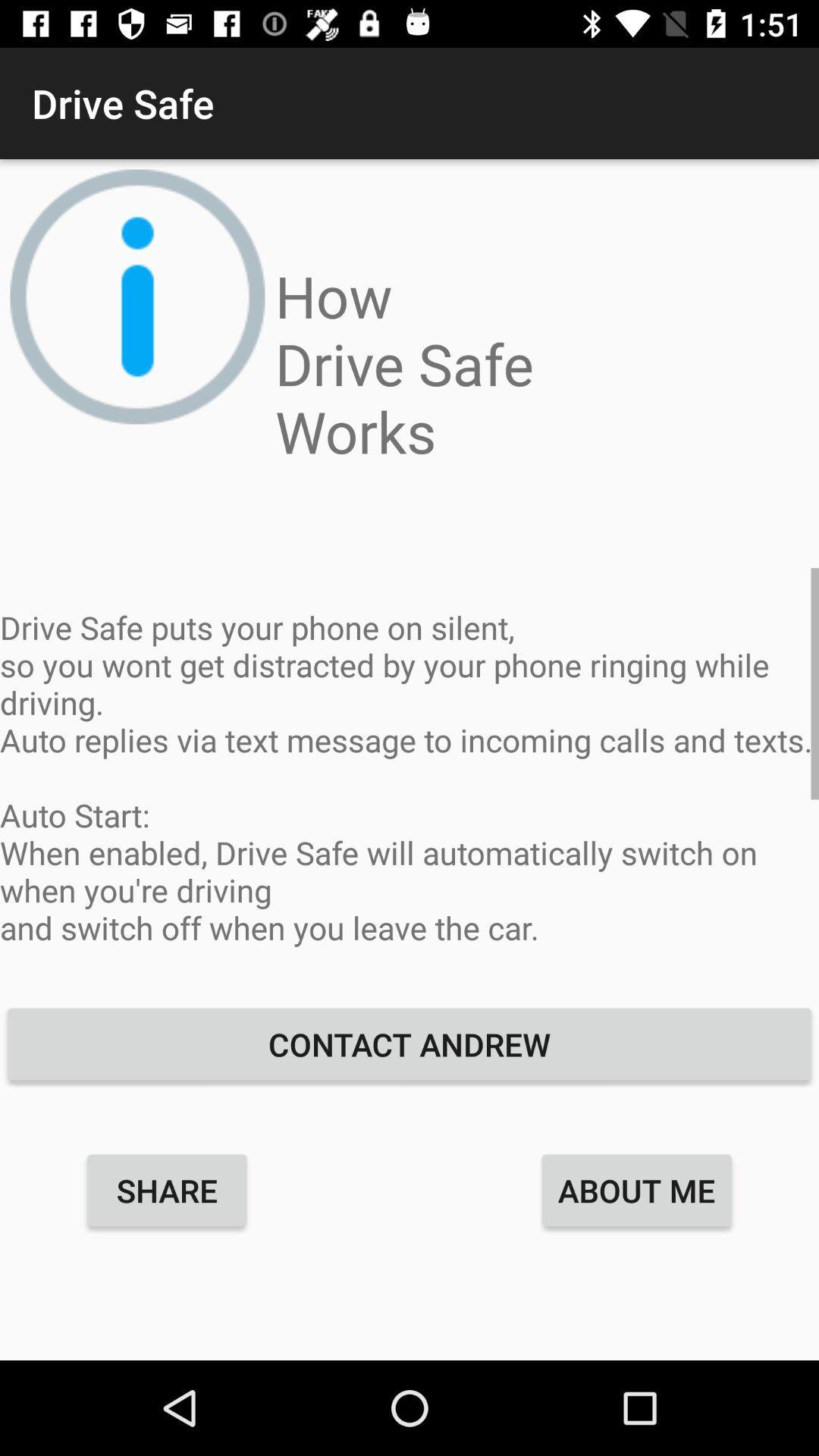 The height and width of the screenshot is (1456, 819). What do you see at coordinates (636, 1189) in the screenshot?
I see `the about me` at bounding box center [636, 1189].